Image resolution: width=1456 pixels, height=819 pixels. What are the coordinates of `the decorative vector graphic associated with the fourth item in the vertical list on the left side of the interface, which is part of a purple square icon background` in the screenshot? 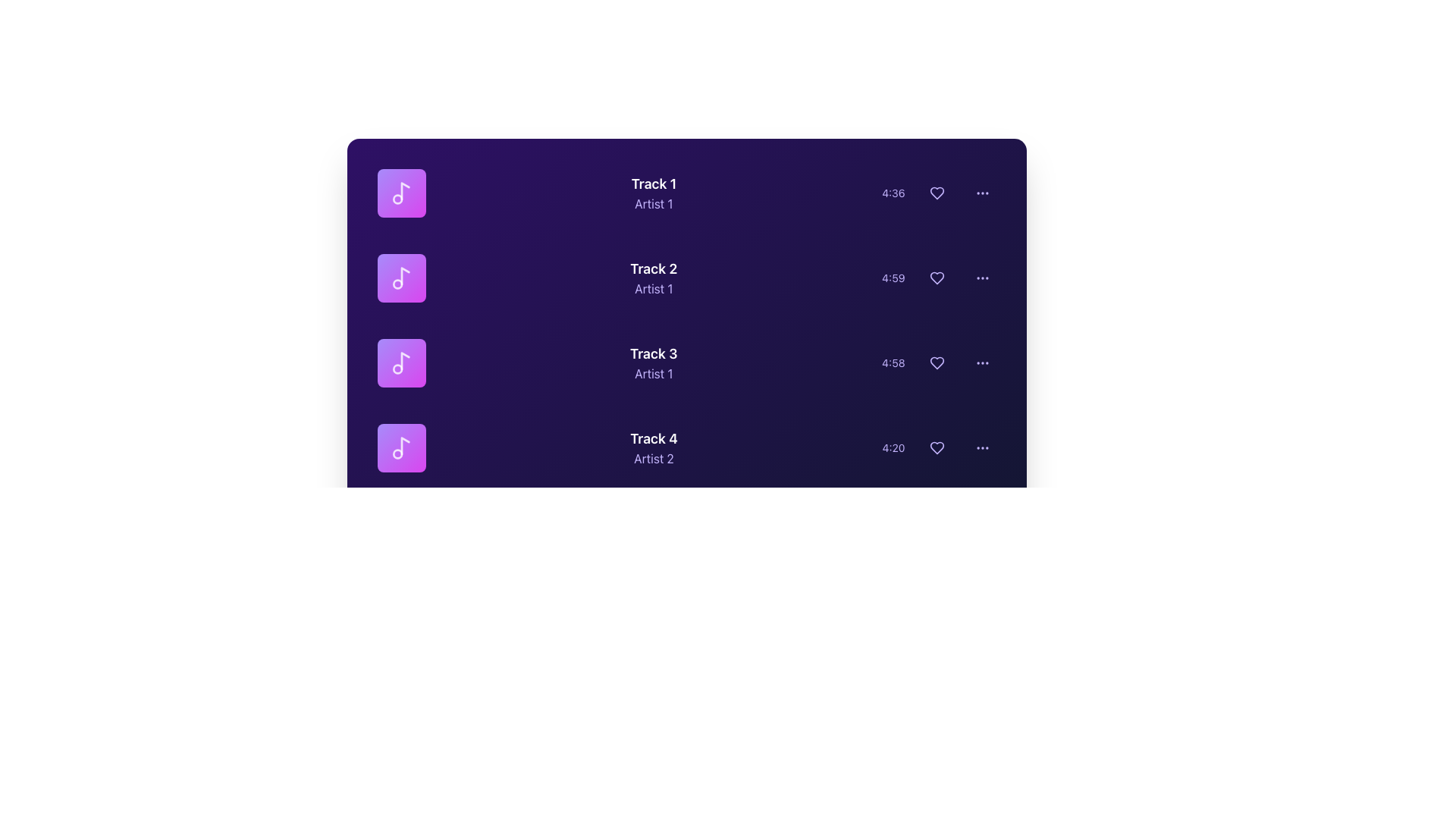 It's located at (402, 447).